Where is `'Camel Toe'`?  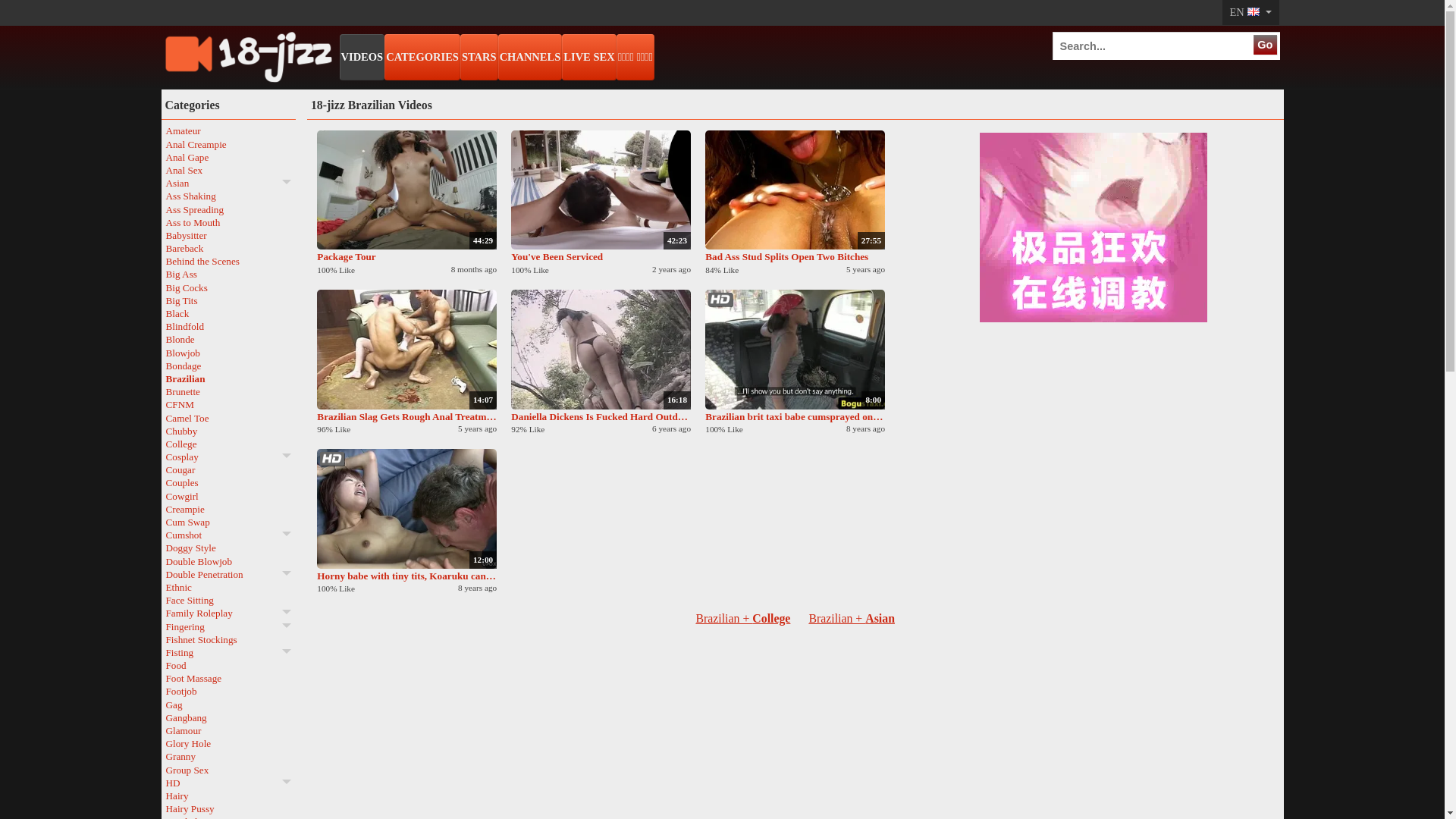 'Camel Toe' is located at coordinates (227, 417).